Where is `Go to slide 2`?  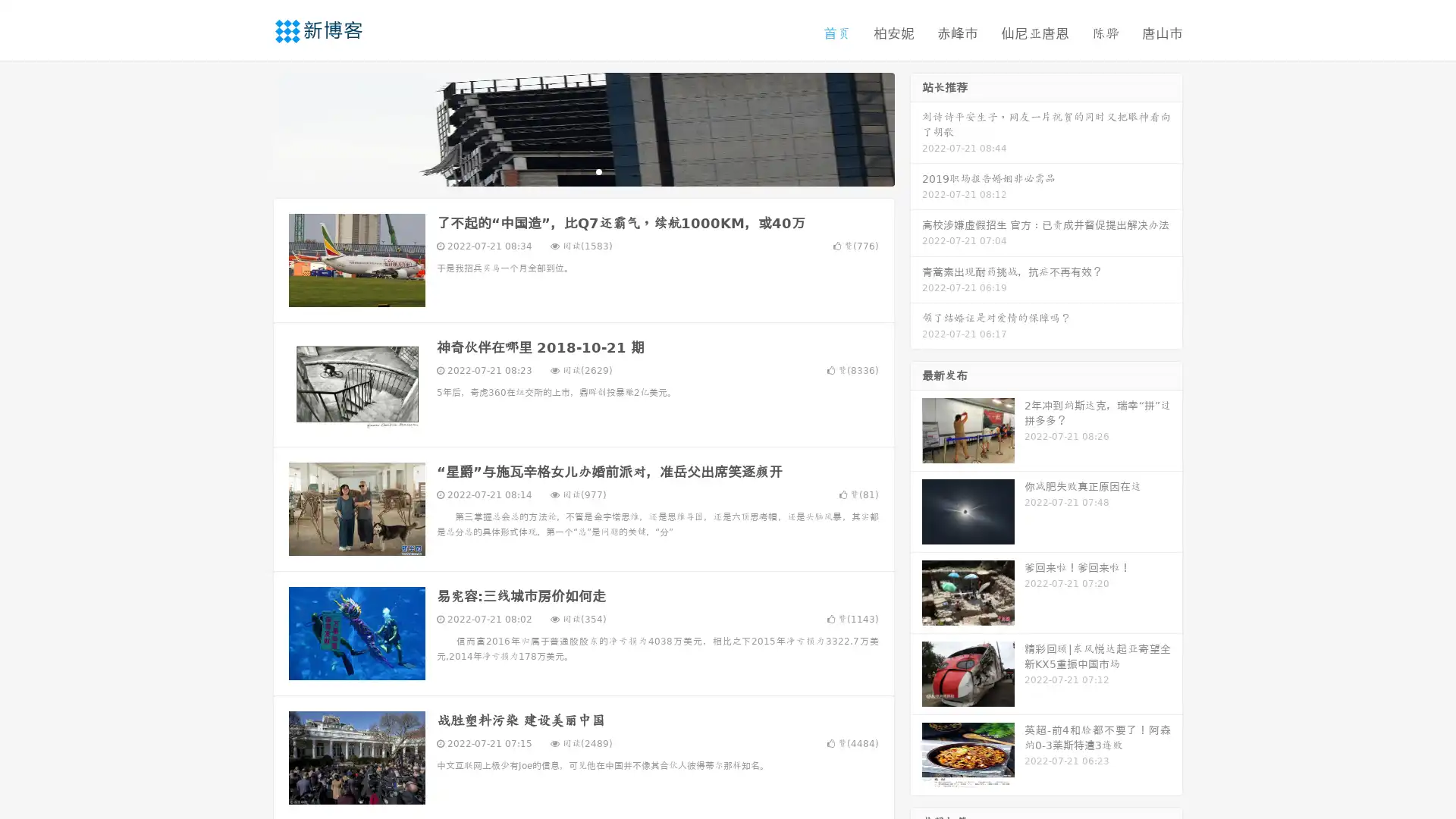
Go to slide 2 is located at coordinates (582, 171).